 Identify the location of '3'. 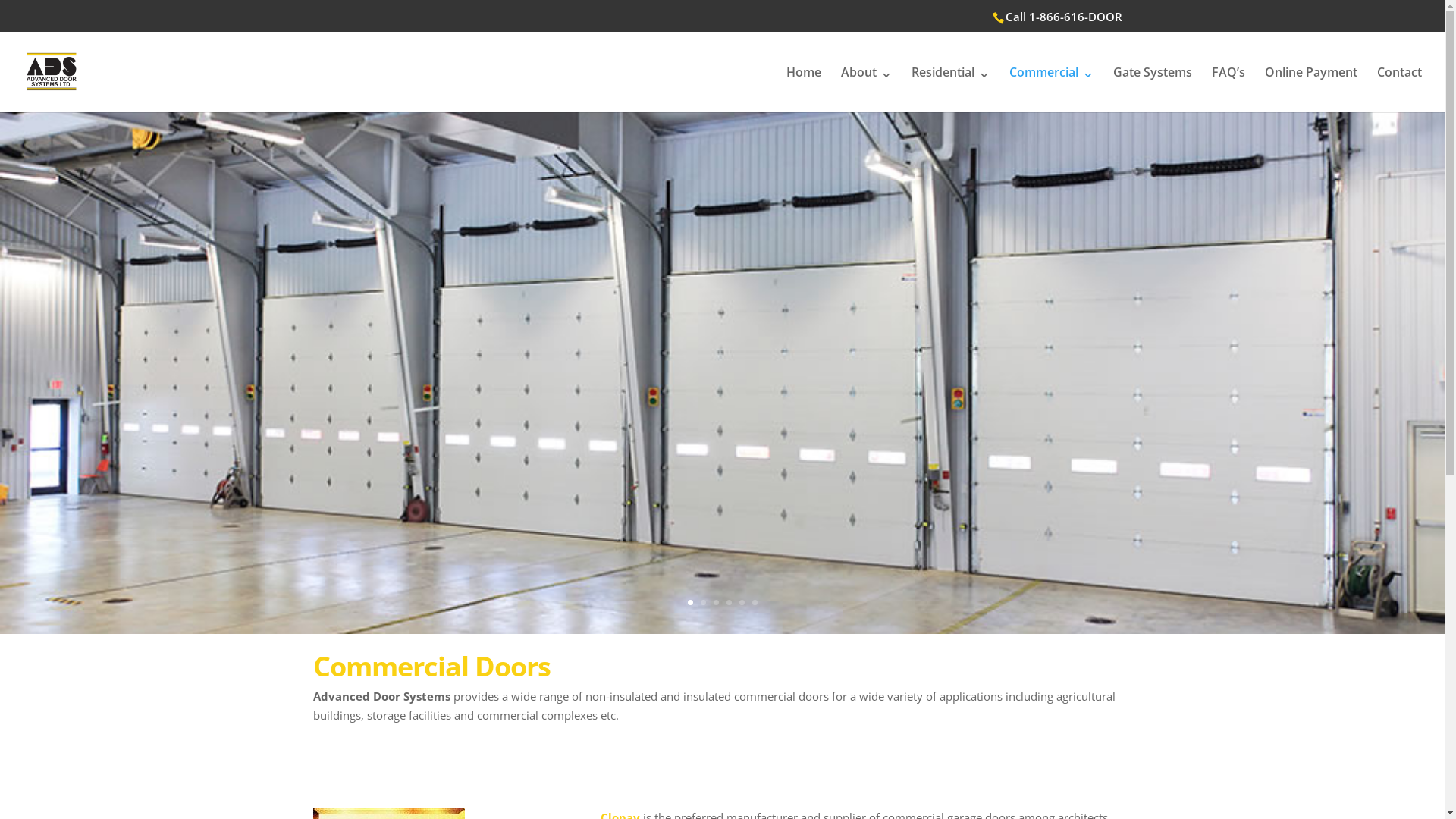
(714, 601).